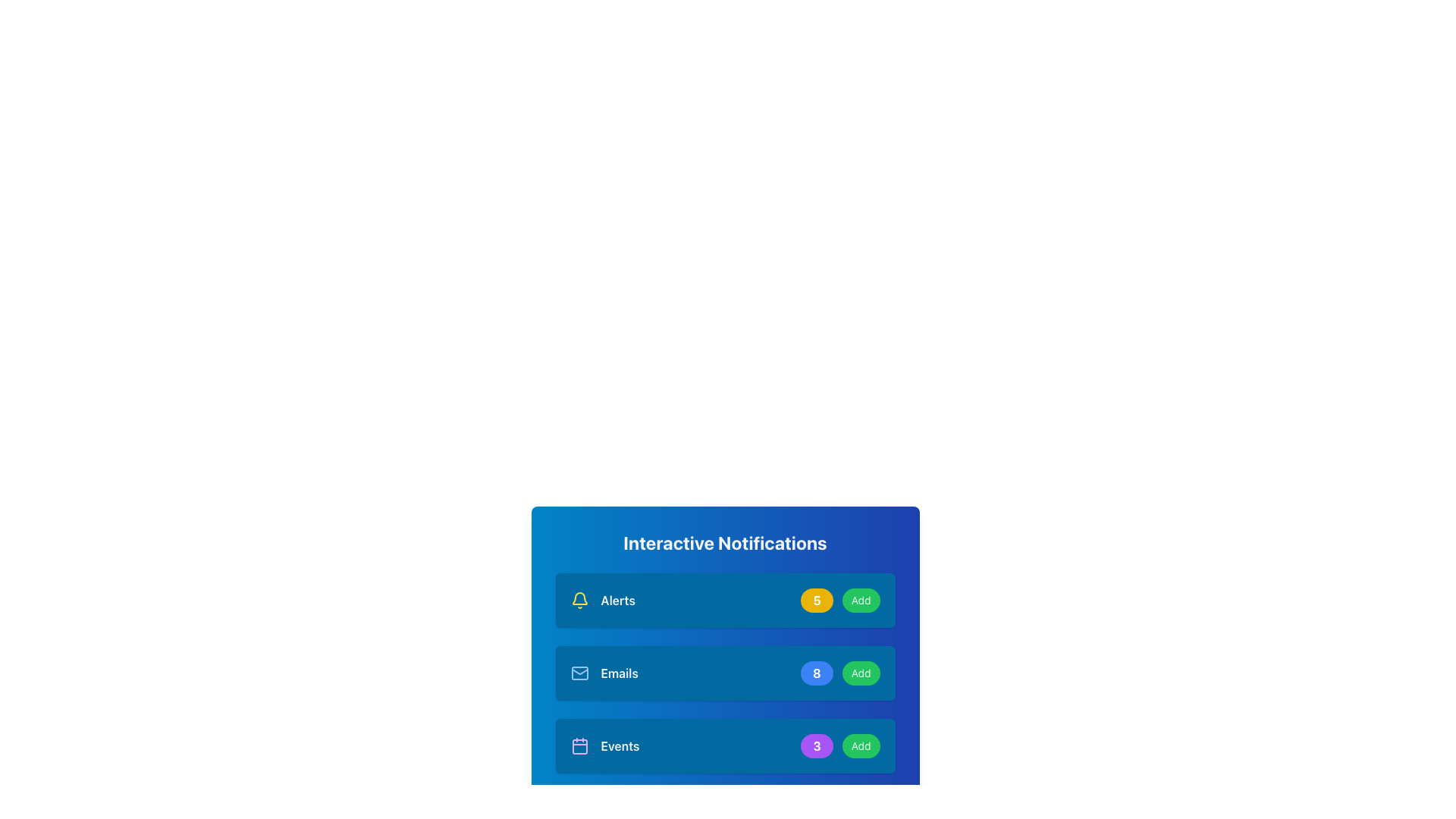 This screenshot has width=1456, height=819. I want to click on badge displaying the number '5' in bold white text, which is part of a composite element containing a yellow badge and a green 'Add' button, located in the top section of the 'Interactive Notifications' interface, so click(839, 599).